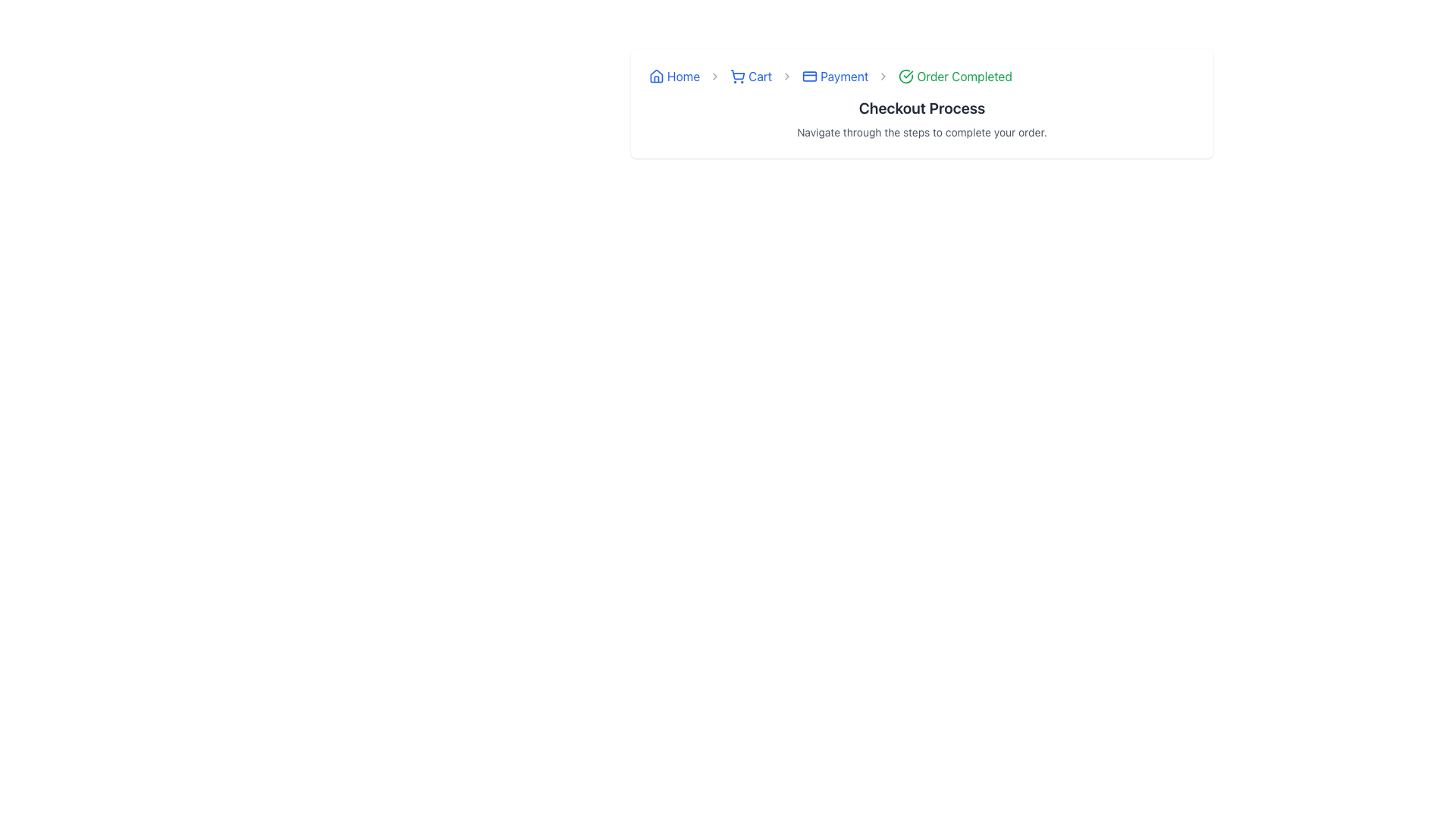 The height and width of the screenshot is (819, 1456). What do you see at coordinates (809, 76) in the screenshot?
I see `the outlined rectangle with rounded corners inside the credit card icon in the 'Payment' step of the checkout navigation elements` at bounding box center [809, 76].